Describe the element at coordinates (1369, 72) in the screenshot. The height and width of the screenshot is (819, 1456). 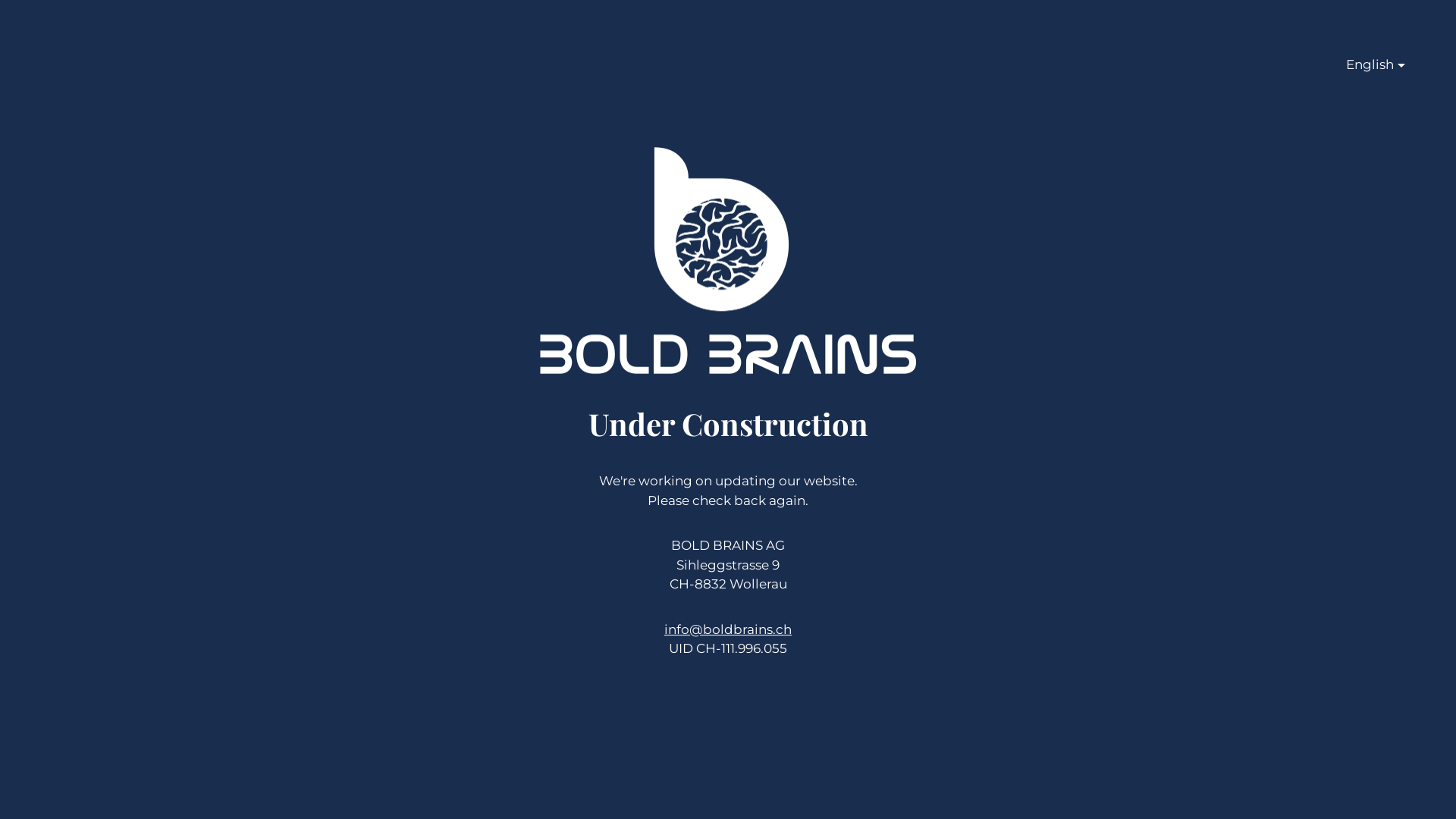
I see `'English'` at that location.